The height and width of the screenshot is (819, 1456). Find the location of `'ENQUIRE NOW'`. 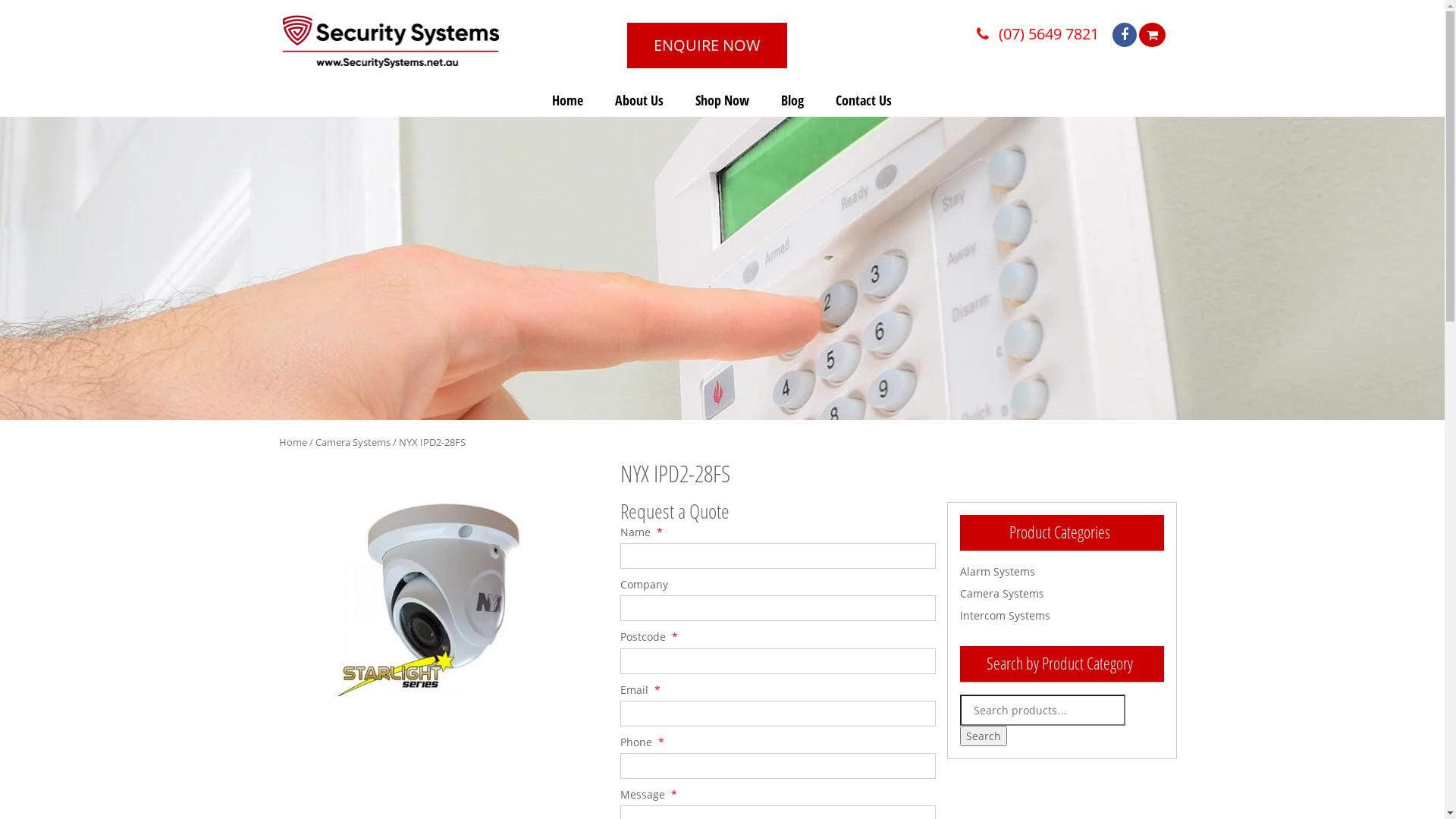

'ENQUIRE NOW' is located at coordinates (706, 45).